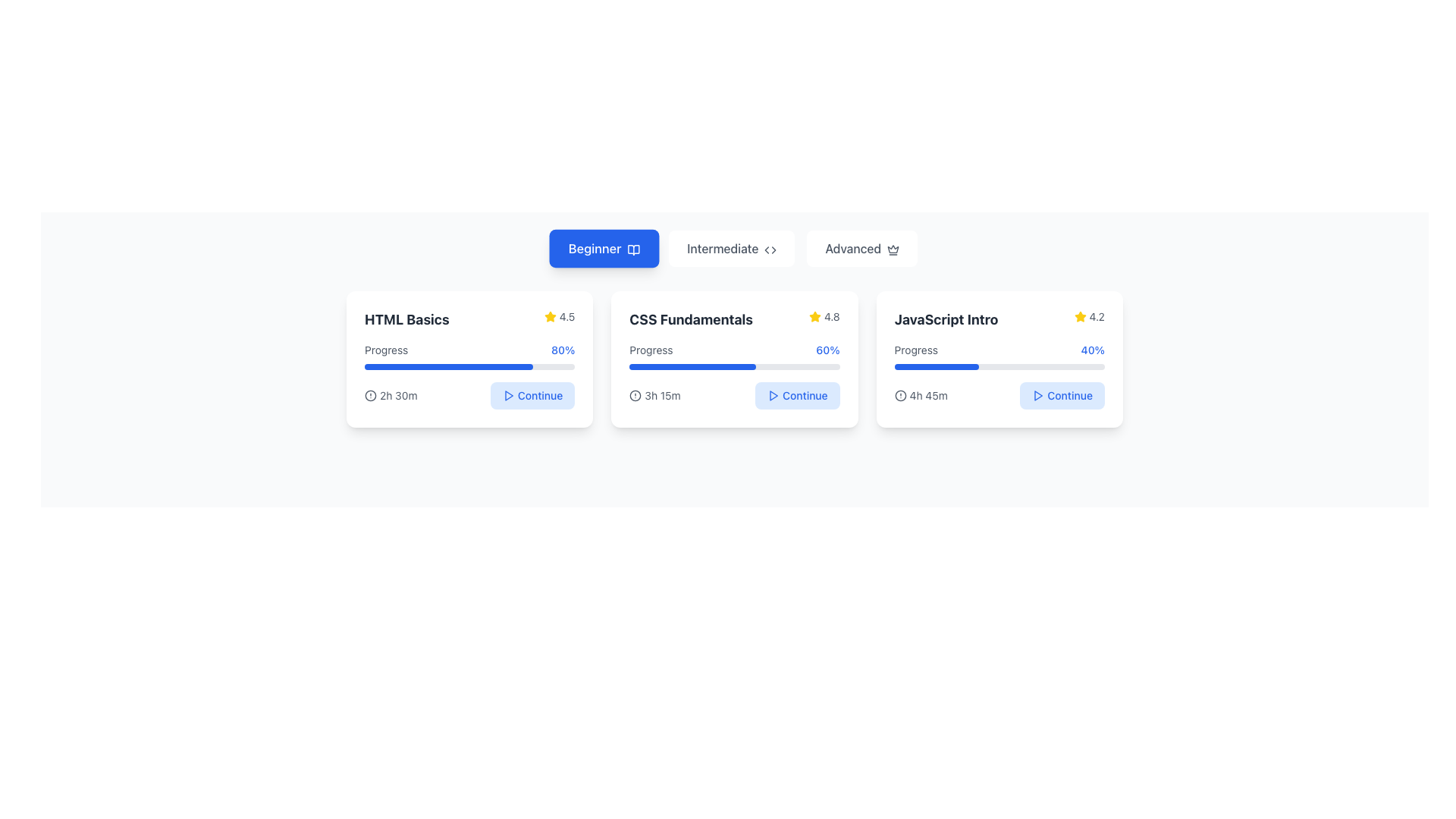  Describe the element at coordinates (690, 318) in the screenshot. I see `text label 'CSS Fundamentals' which is displayed in bold, large-sized font at the center-top of the course information card` at that location.